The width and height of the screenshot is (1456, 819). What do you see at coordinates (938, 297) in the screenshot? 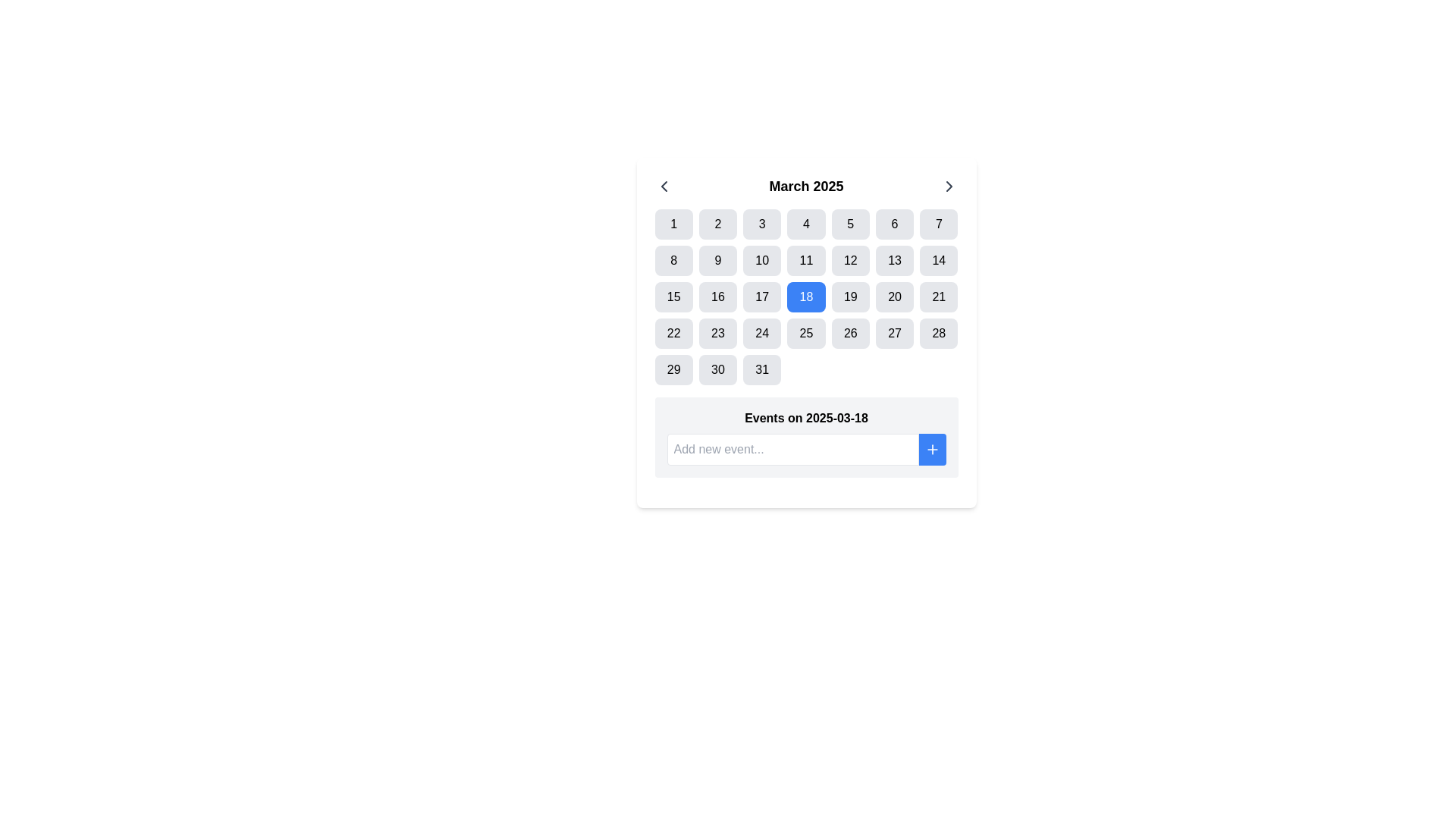
I see `the button representing the date 21 on the calendar for March 2025` at bounding box center [938, 297].